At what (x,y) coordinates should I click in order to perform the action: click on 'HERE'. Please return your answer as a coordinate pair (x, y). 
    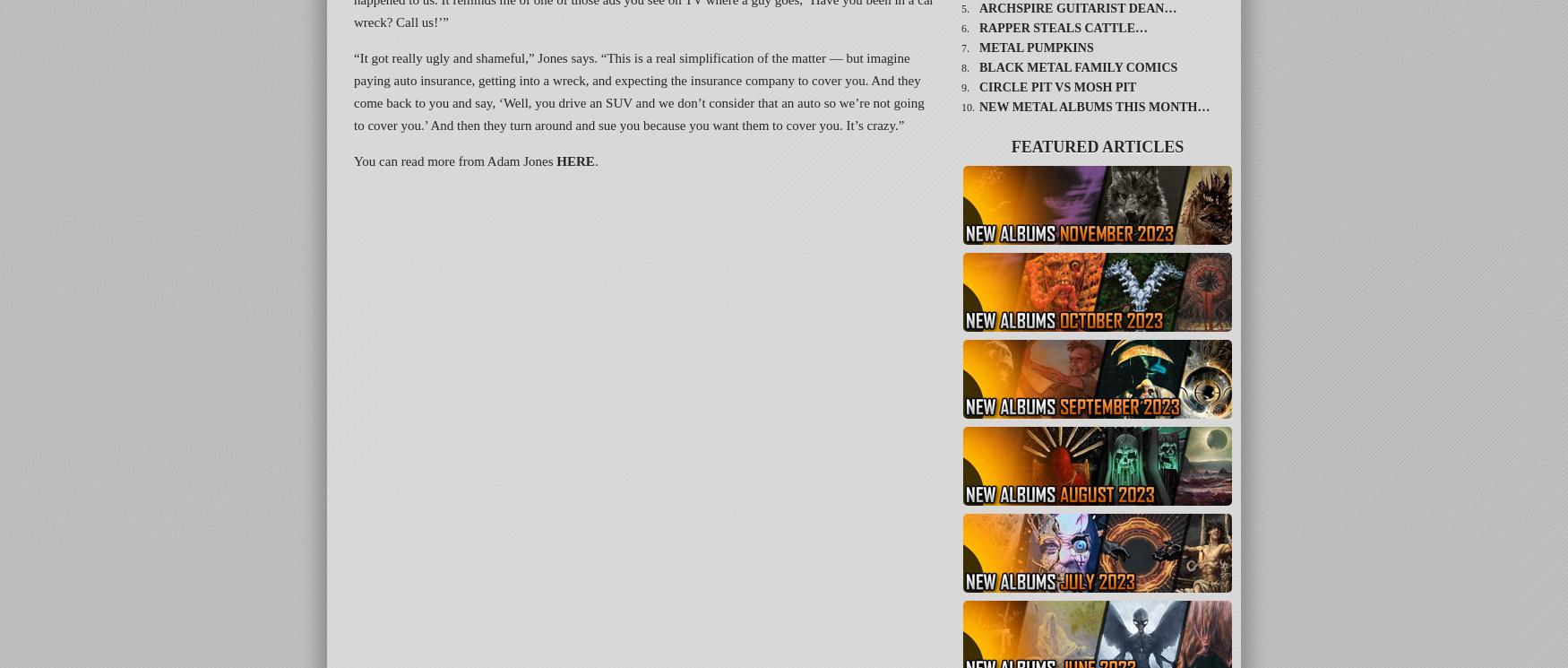
    Looking at the image, I should click on (574, 160).